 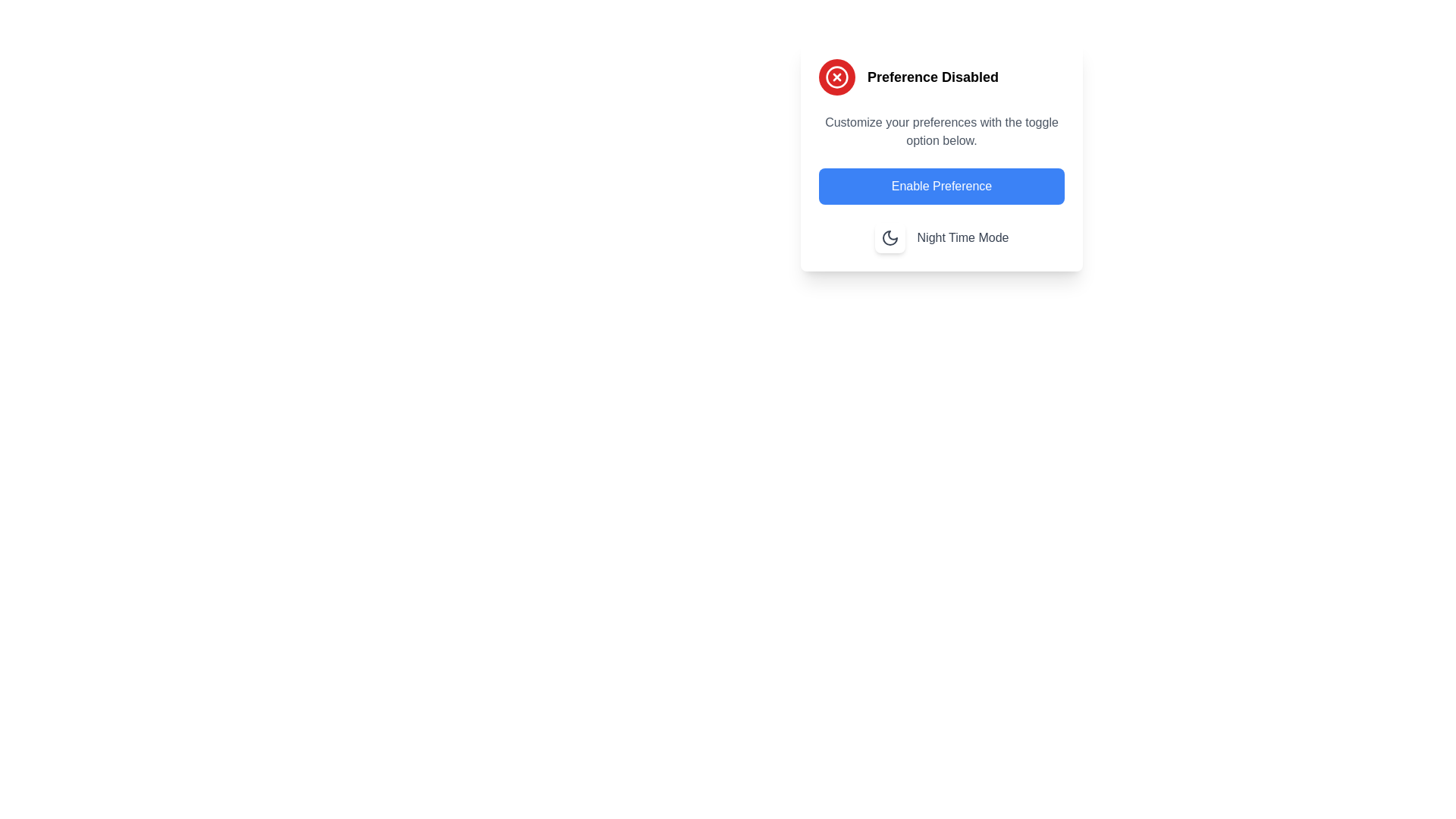 I want to click on the text block that reads 'Customize your preferences with the toggle option below.', which is visually distinct and located below the 'Preference Disabled' title and above the 'Enable Preference' button, so click(x=941, y=130).